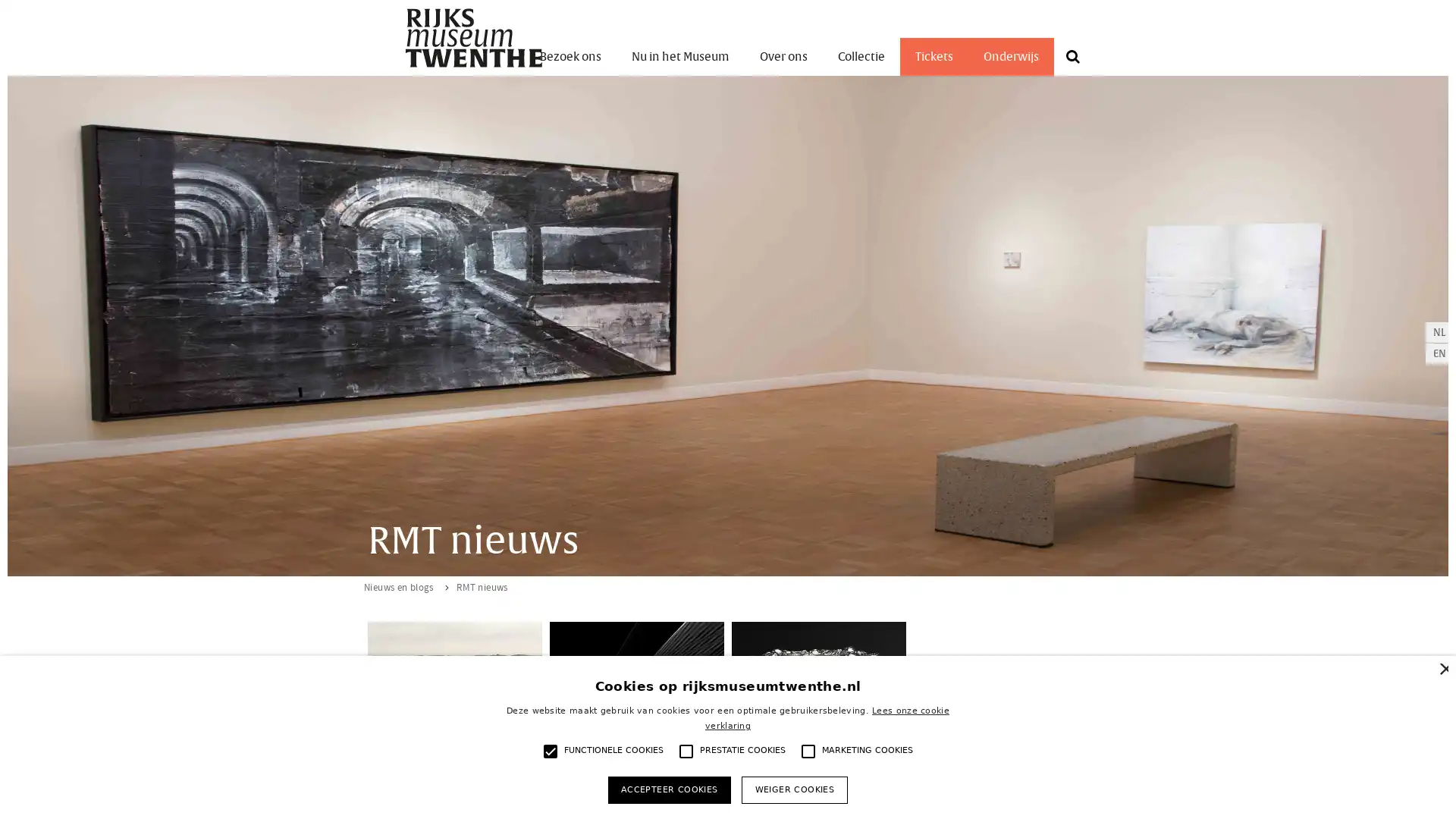 Image resolution: width=1456 pixels, height=819 pixels. I want to click on ACCEPTEER COOKIES, so click(668, 789).